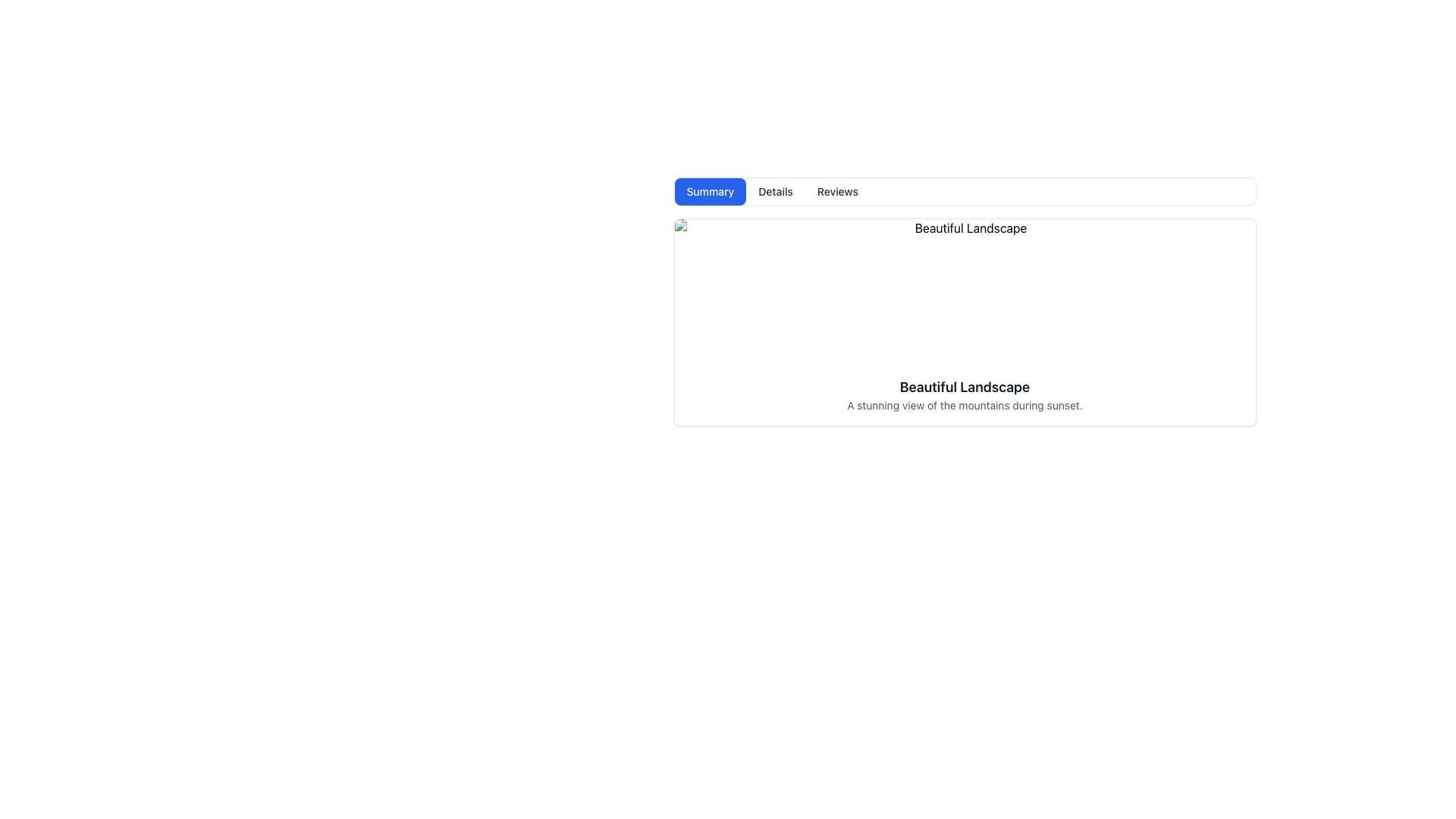 This screenshot has width=1456, height=819. Describe the element at coordinates (775, 191) in the screenshot. I see `the button that is the second option in a horizontal tab, located between the 'Summary' button and the 'Reviews' button` at that location.